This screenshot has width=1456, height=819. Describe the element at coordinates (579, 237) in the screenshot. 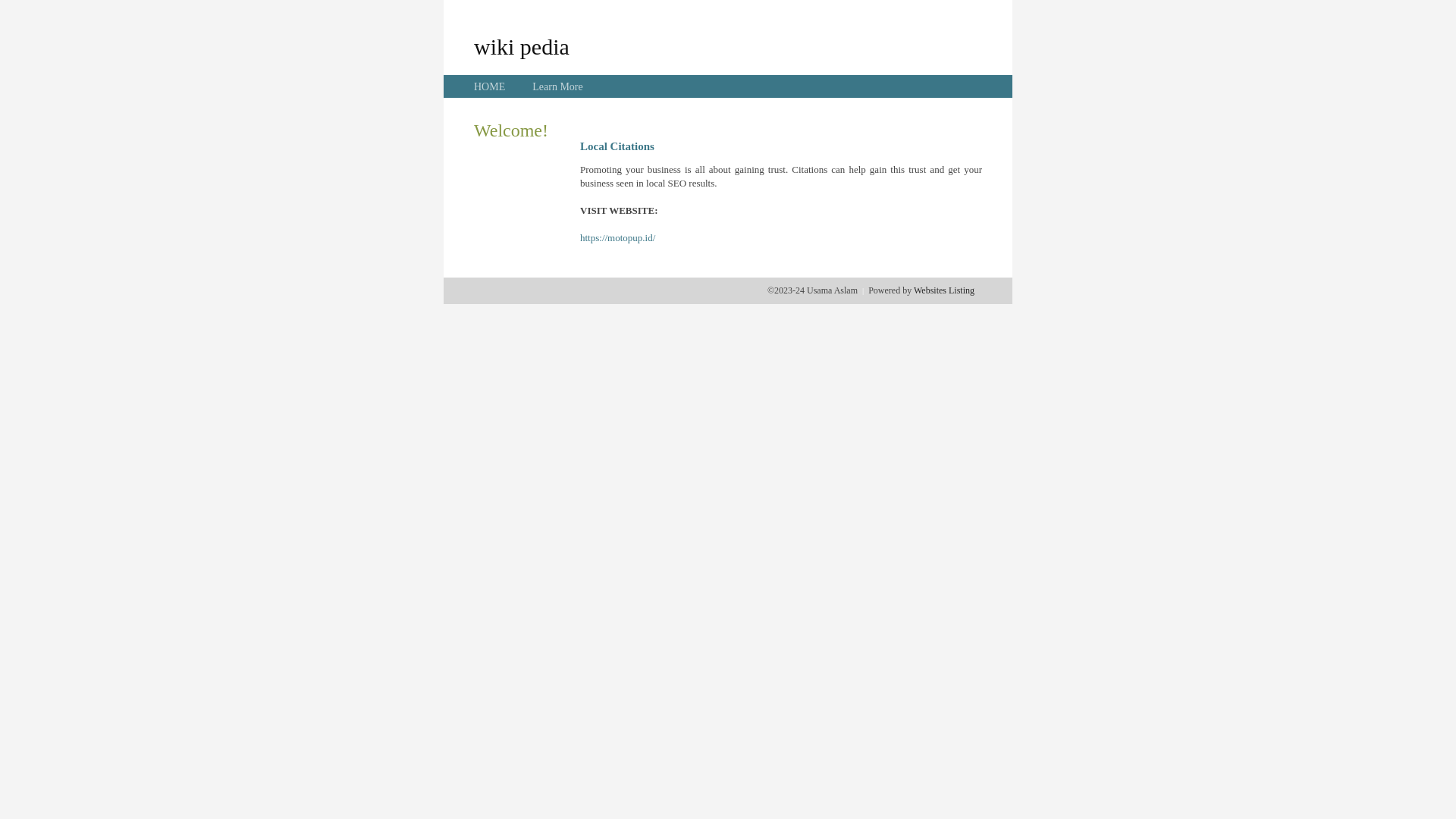

I see `'https://motopup.id/'` at that location.